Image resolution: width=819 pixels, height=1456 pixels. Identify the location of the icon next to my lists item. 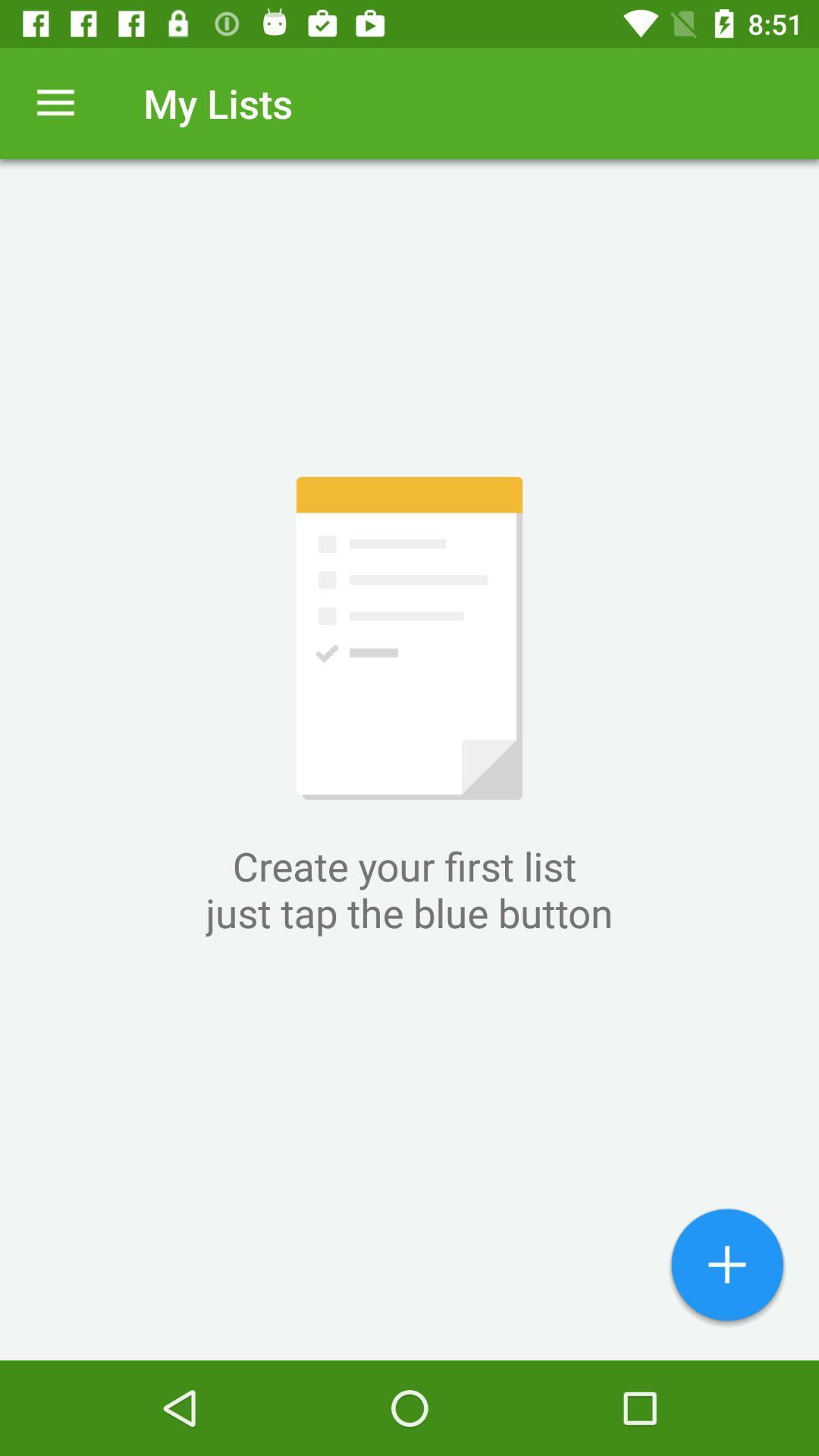
(55, 102).